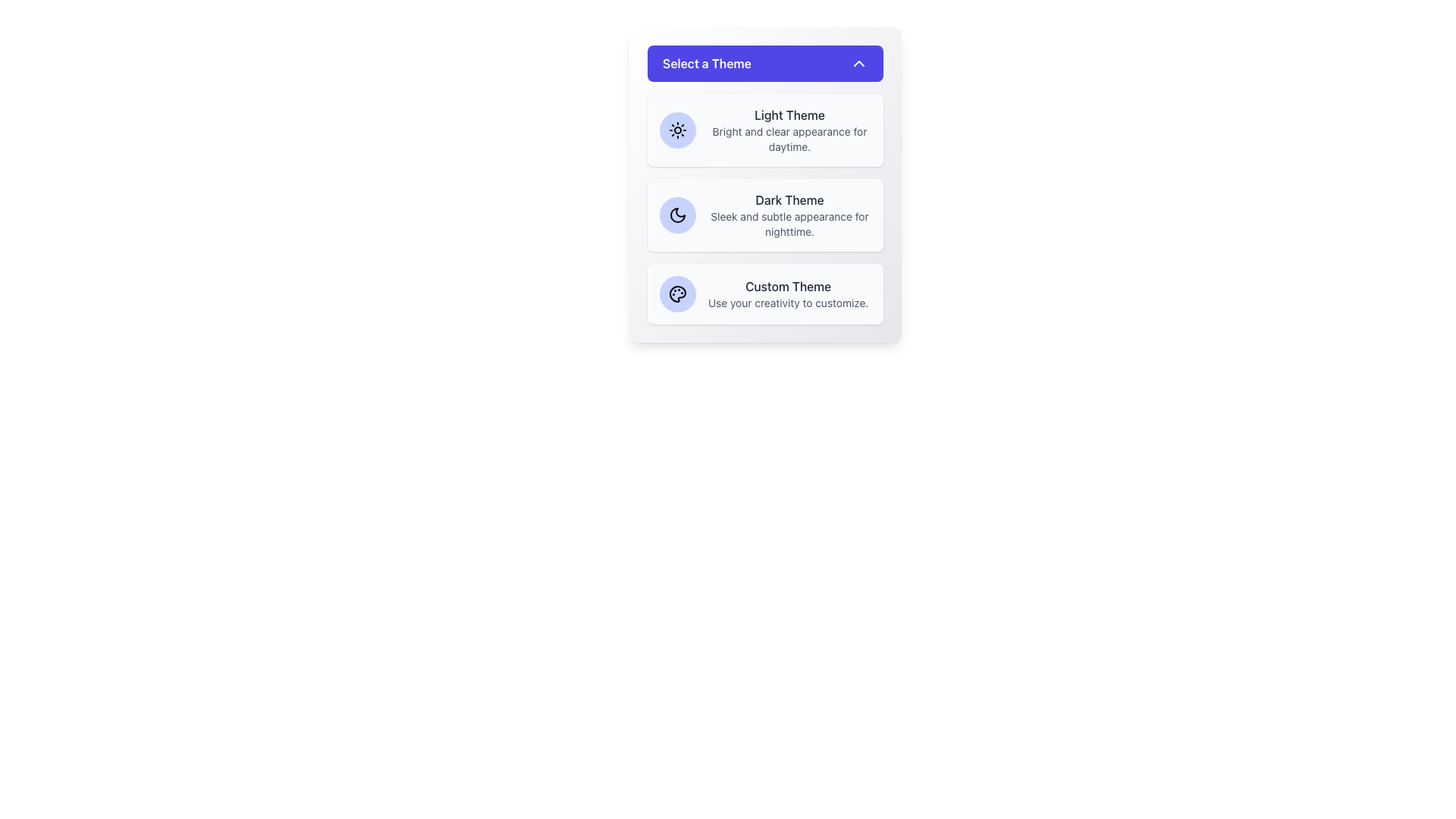 This screenshot has height=819, width=1456. What do you see at coordinates (676, 215) in the screenshot?
I see `the moon-shaped icon within the circular light indigo background` at bounding box center [676, 215].